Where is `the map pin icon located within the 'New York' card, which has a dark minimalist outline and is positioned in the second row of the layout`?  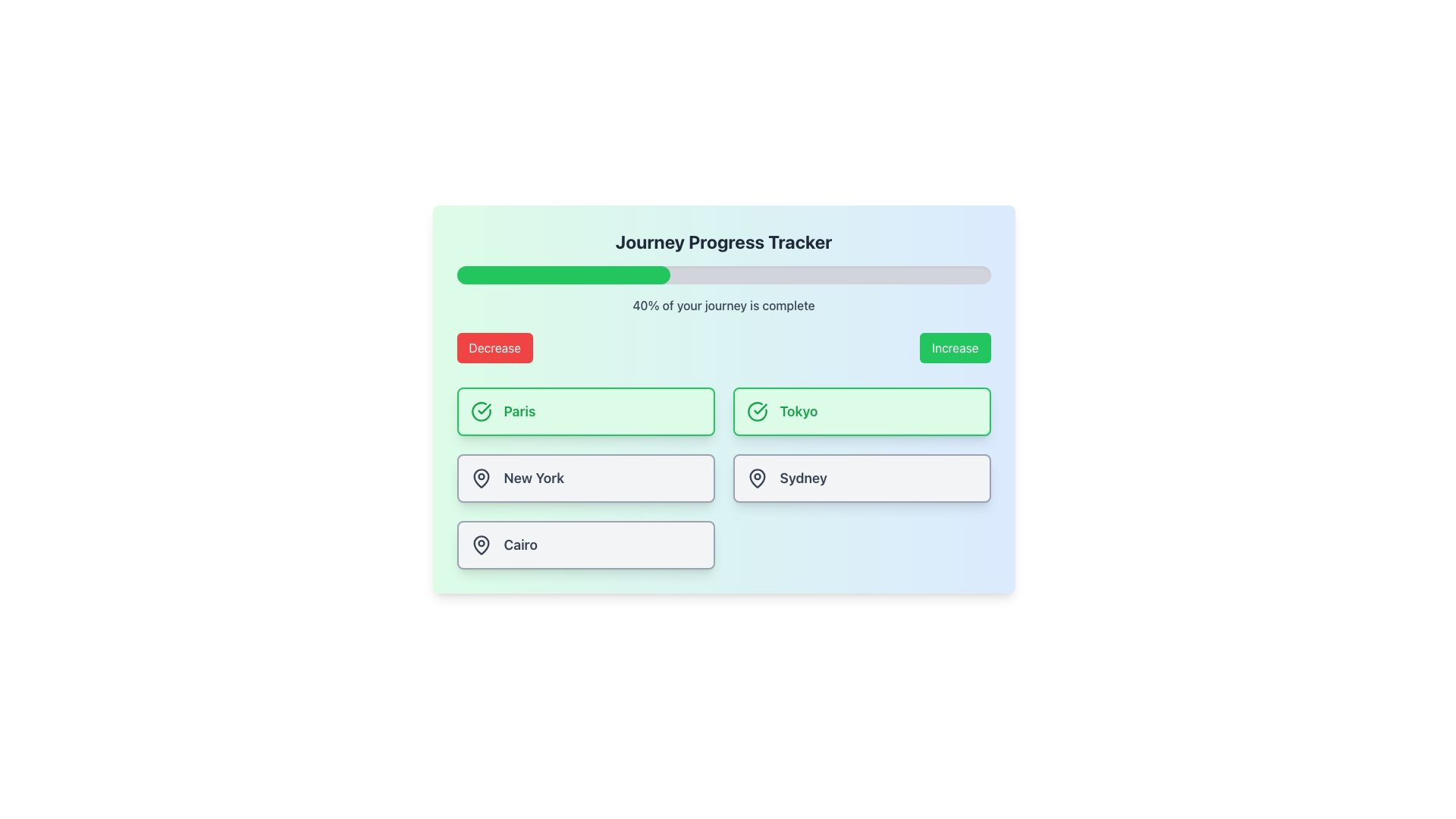 the map pin icon located within the 'New York' card, which has a dark minimalist outline and is positioned in the second row of the layout is located at coordinates (480, 479).